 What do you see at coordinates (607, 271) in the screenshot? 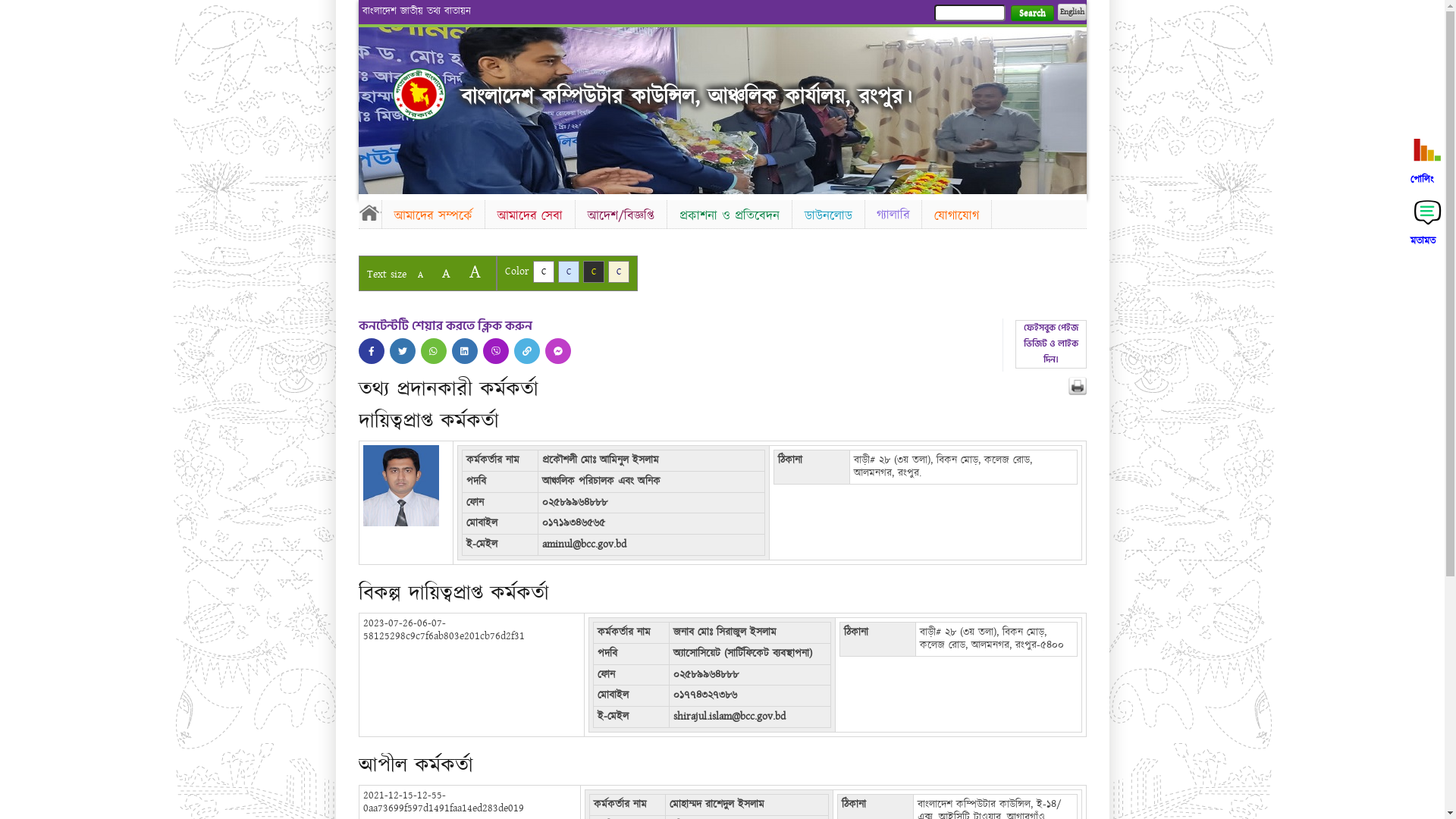
I see `'C'` at bounding box center [607, 271].